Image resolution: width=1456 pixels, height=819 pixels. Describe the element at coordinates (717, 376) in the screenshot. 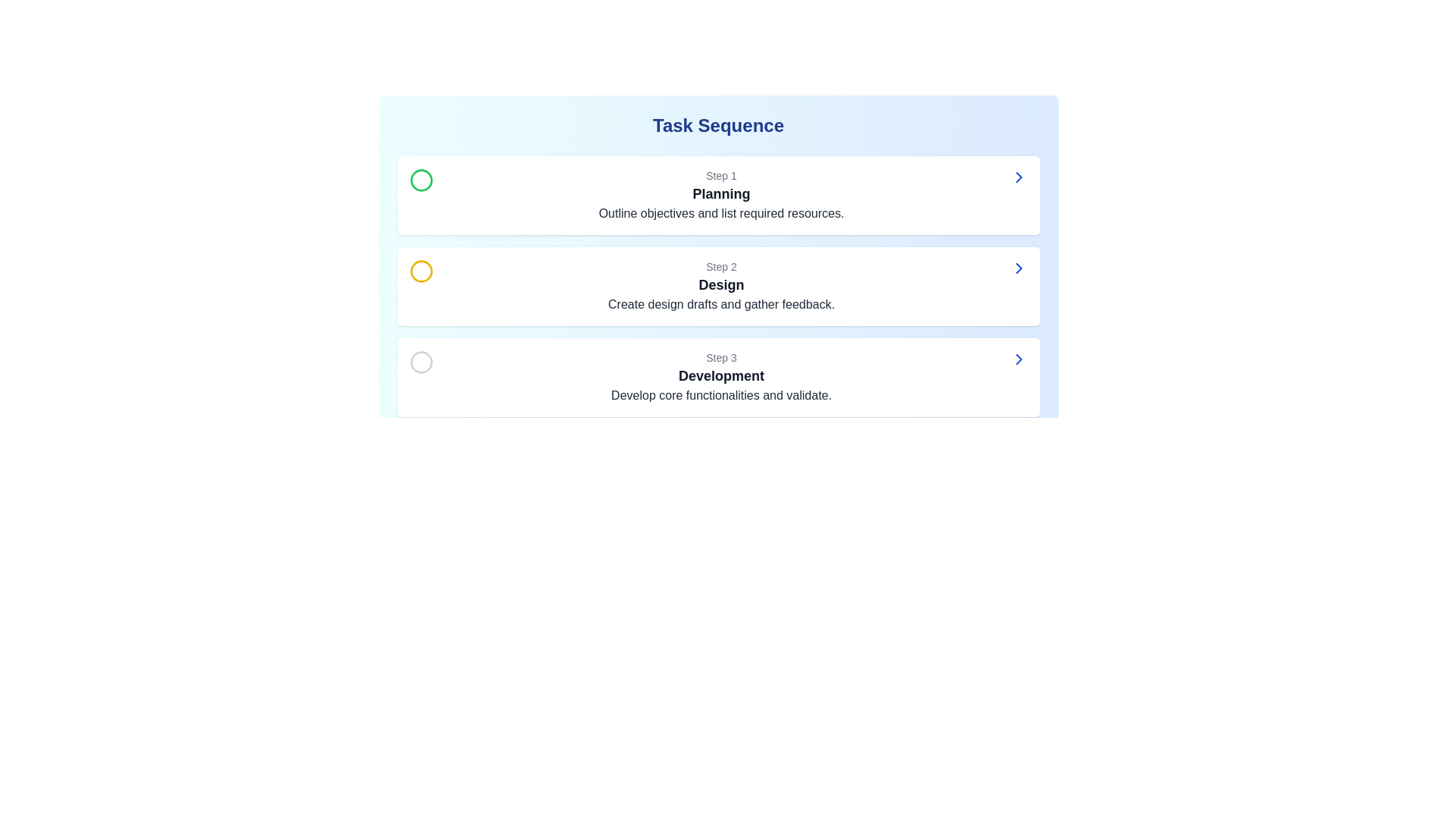

I see `the 'Step 3' card in the task sequence` at that location.